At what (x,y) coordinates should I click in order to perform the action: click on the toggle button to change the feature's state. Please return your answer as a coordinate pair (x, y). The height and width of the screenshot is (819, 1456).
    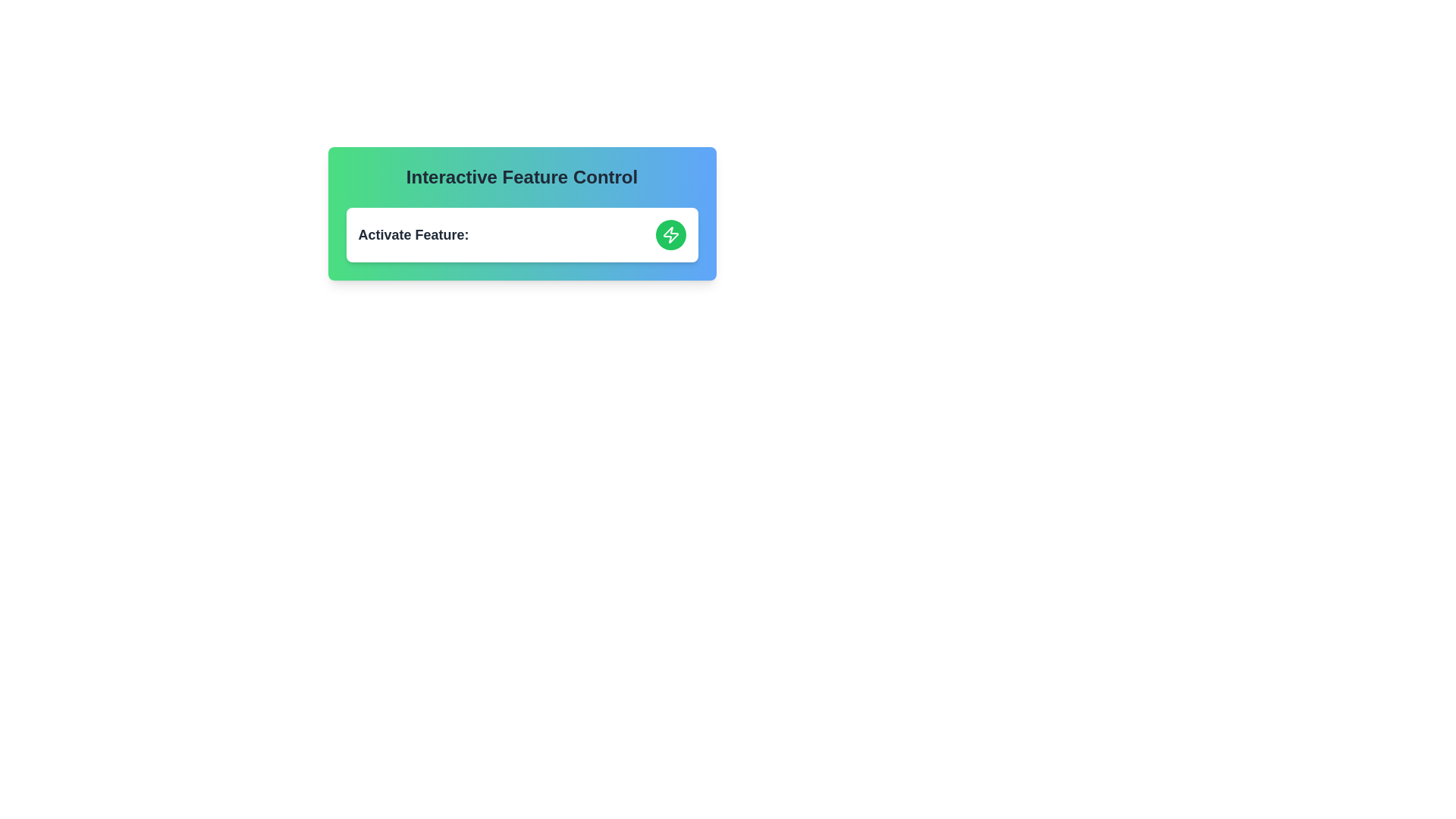
    Looking at the image, I should click on (670, 234).